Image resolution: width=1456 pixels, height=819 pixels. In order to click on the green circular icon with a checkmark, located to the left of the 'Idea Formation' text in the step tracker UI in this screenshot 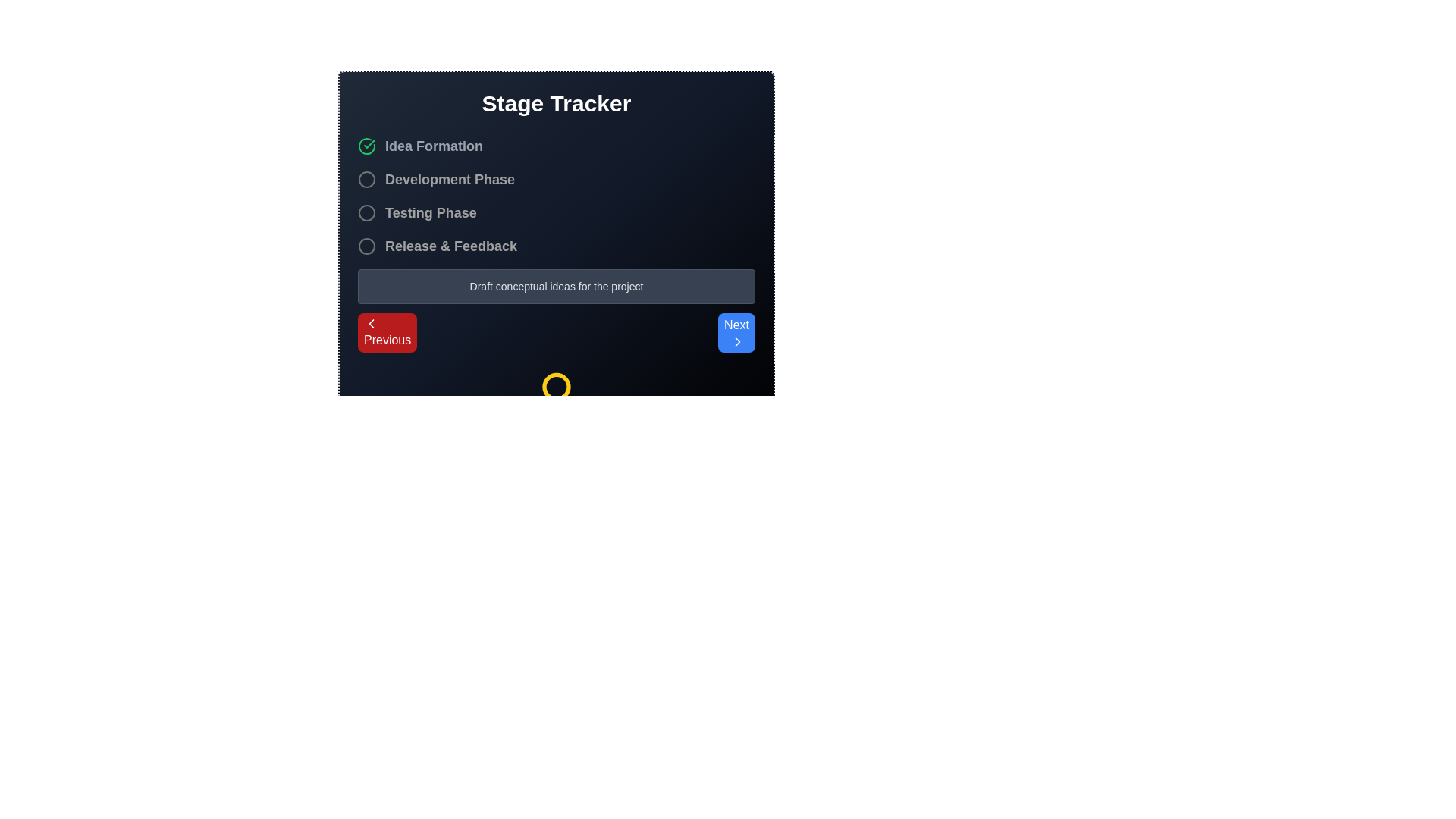, I will do `click(367, 146)`.